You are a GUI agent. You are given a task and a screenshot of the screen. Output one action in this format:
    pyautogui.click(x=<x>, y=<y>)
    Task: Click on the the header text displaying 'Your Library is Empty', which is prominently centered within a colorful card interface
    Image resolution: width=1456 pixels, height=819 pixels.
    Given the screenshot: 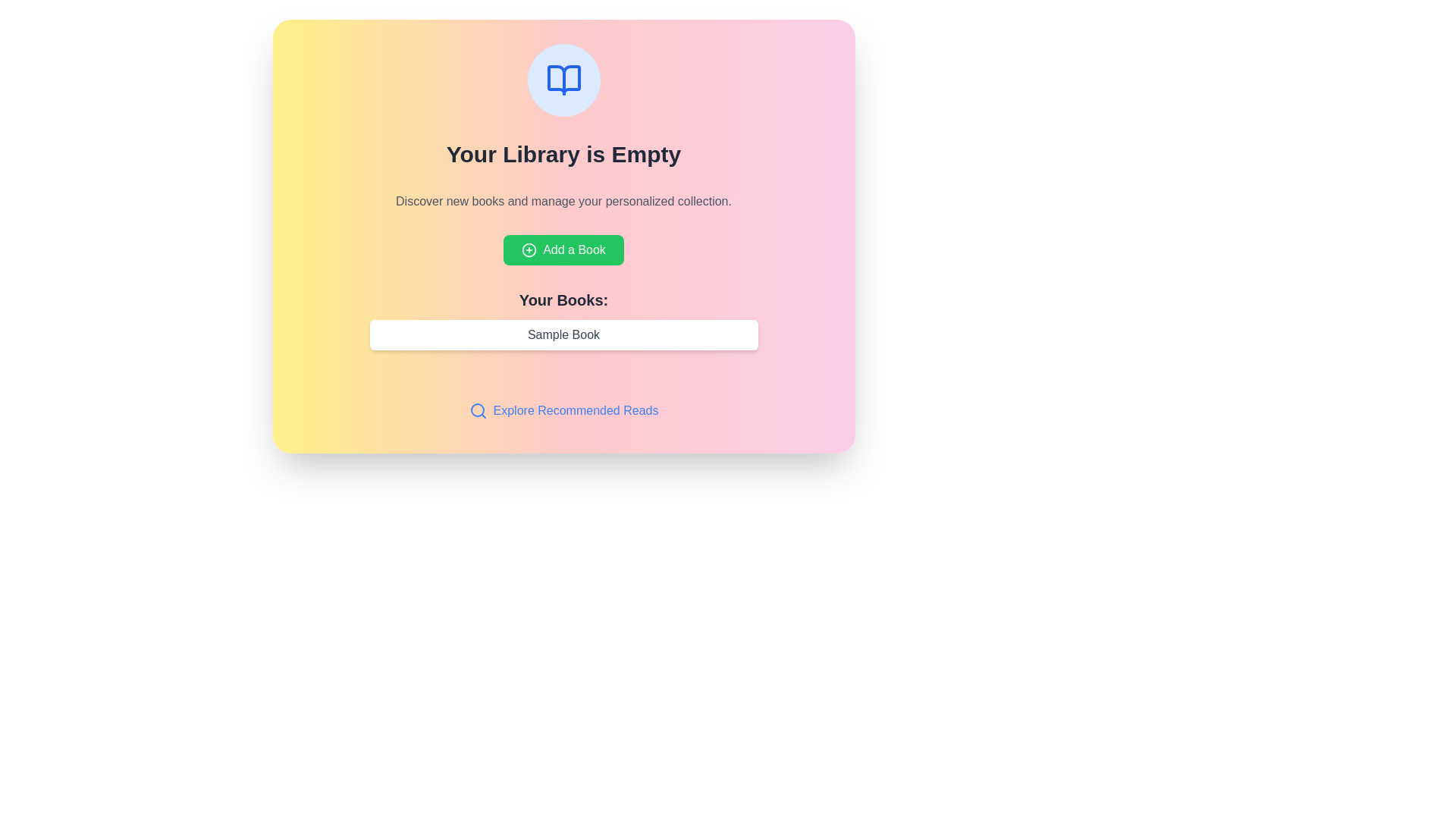 What is the action you would take?
    pyautogui.click(x=563, y=155)
    